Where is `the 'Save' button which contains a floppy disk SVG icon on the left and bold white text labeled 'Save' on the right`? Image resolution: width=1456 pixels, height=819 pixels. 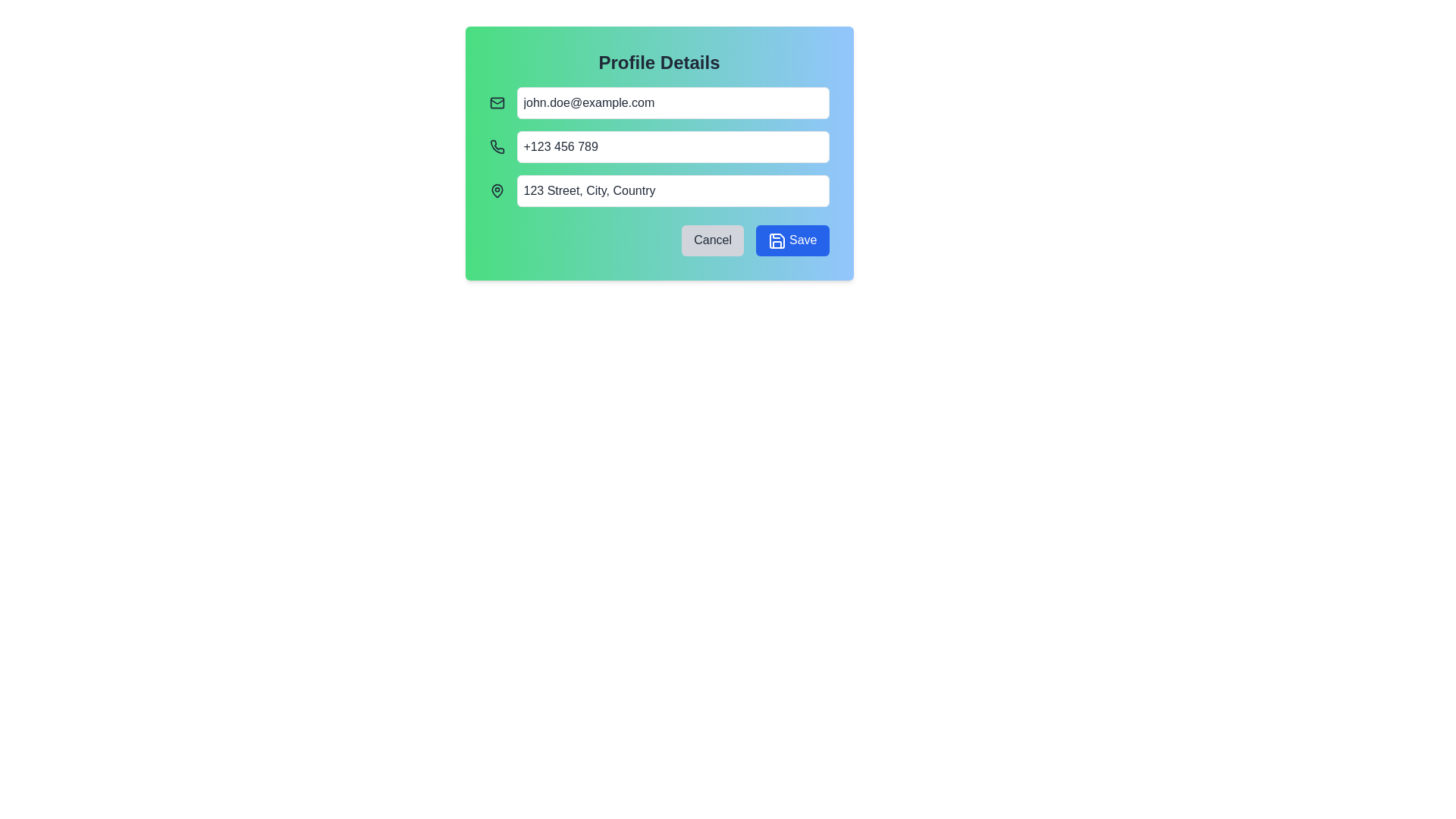
the 'Save' button which contains a floppy disk SVG icon on the left and bold white text labeled 'Save' on the right is located at coordinates (777, 240).